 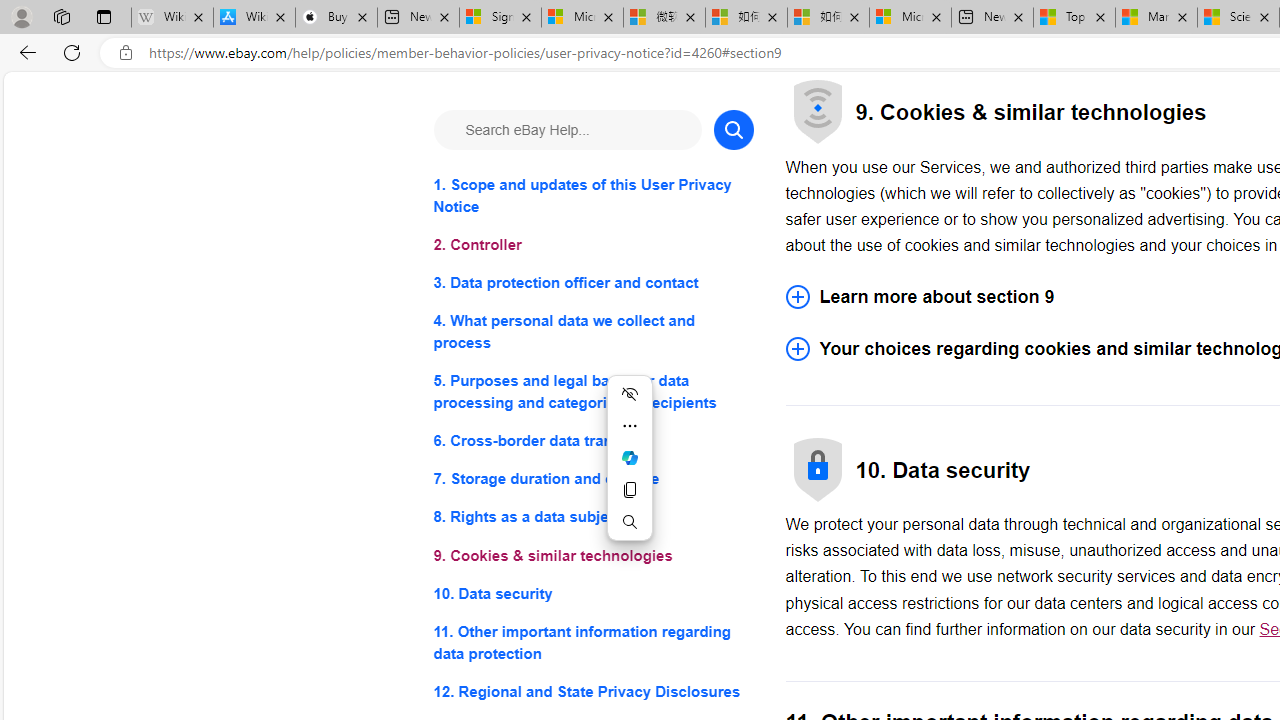 I want to click on 'Search eBay Help...', so click(x=566, y=129).